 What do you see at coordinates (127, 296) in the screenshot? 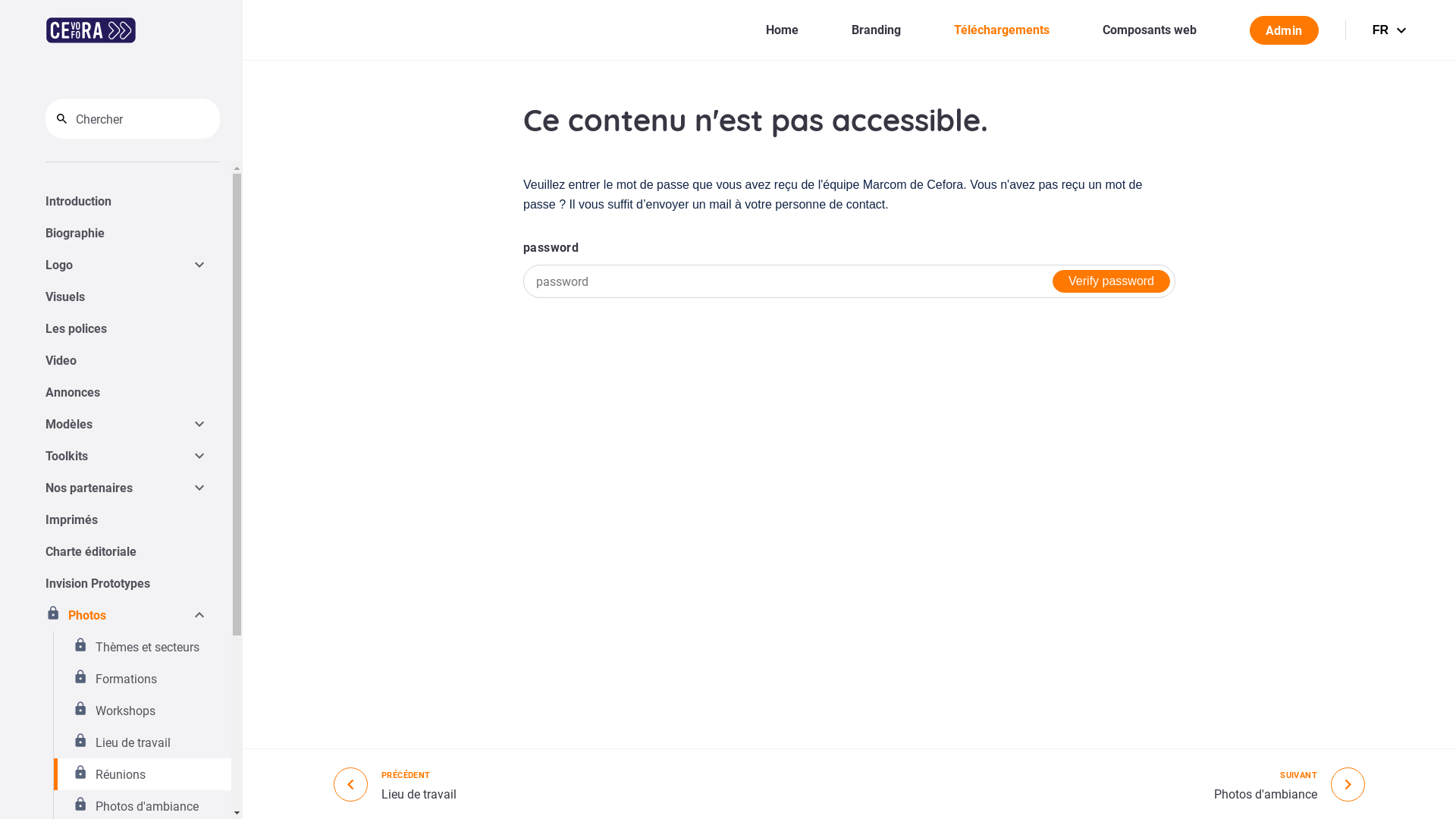
I see `'Visuels'` at bounding box center [127, 296].